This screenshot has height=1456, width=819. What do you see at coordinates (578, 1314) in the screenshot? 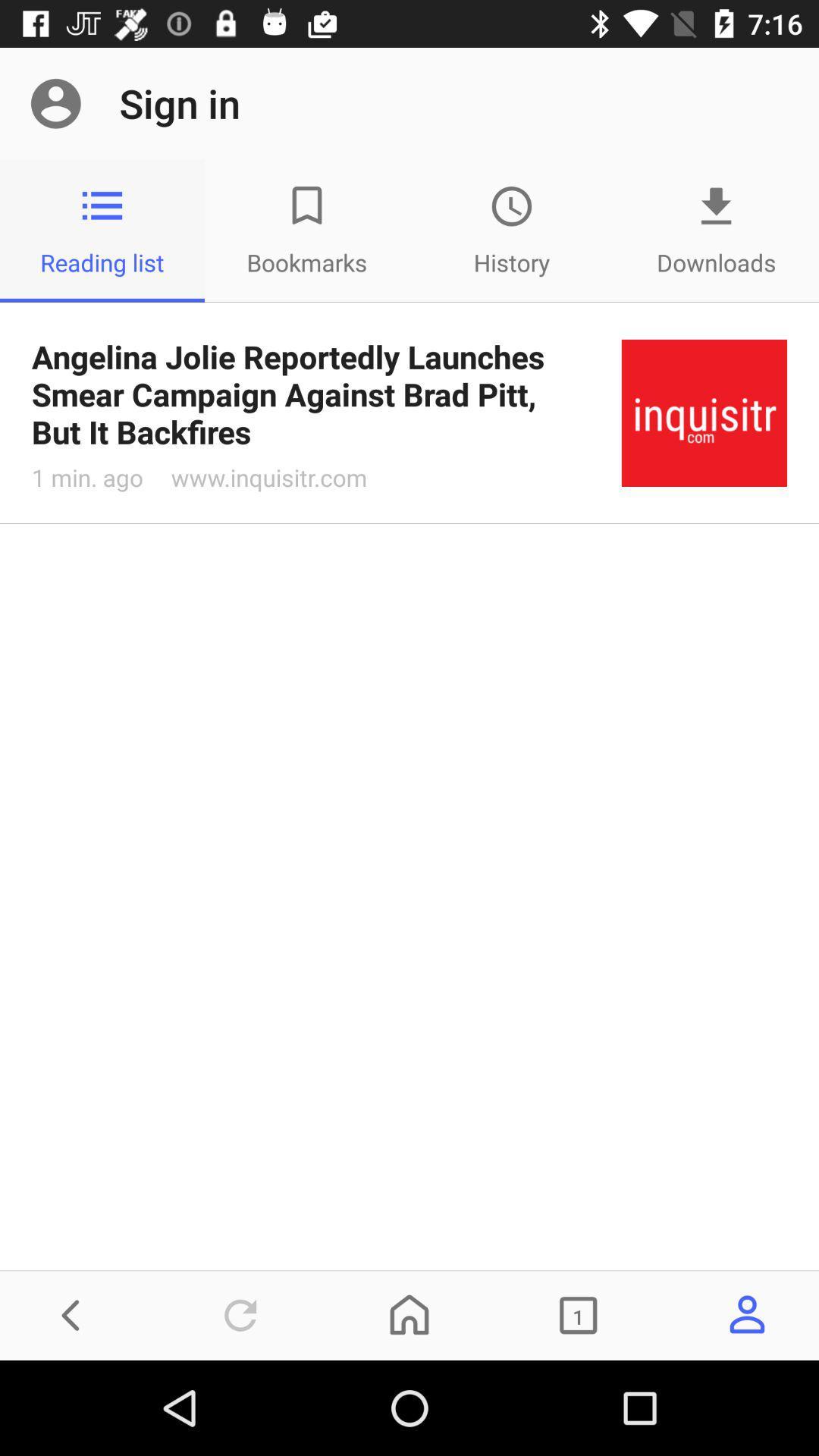
I see `the copy icon` at bounding box center [578, 1314].